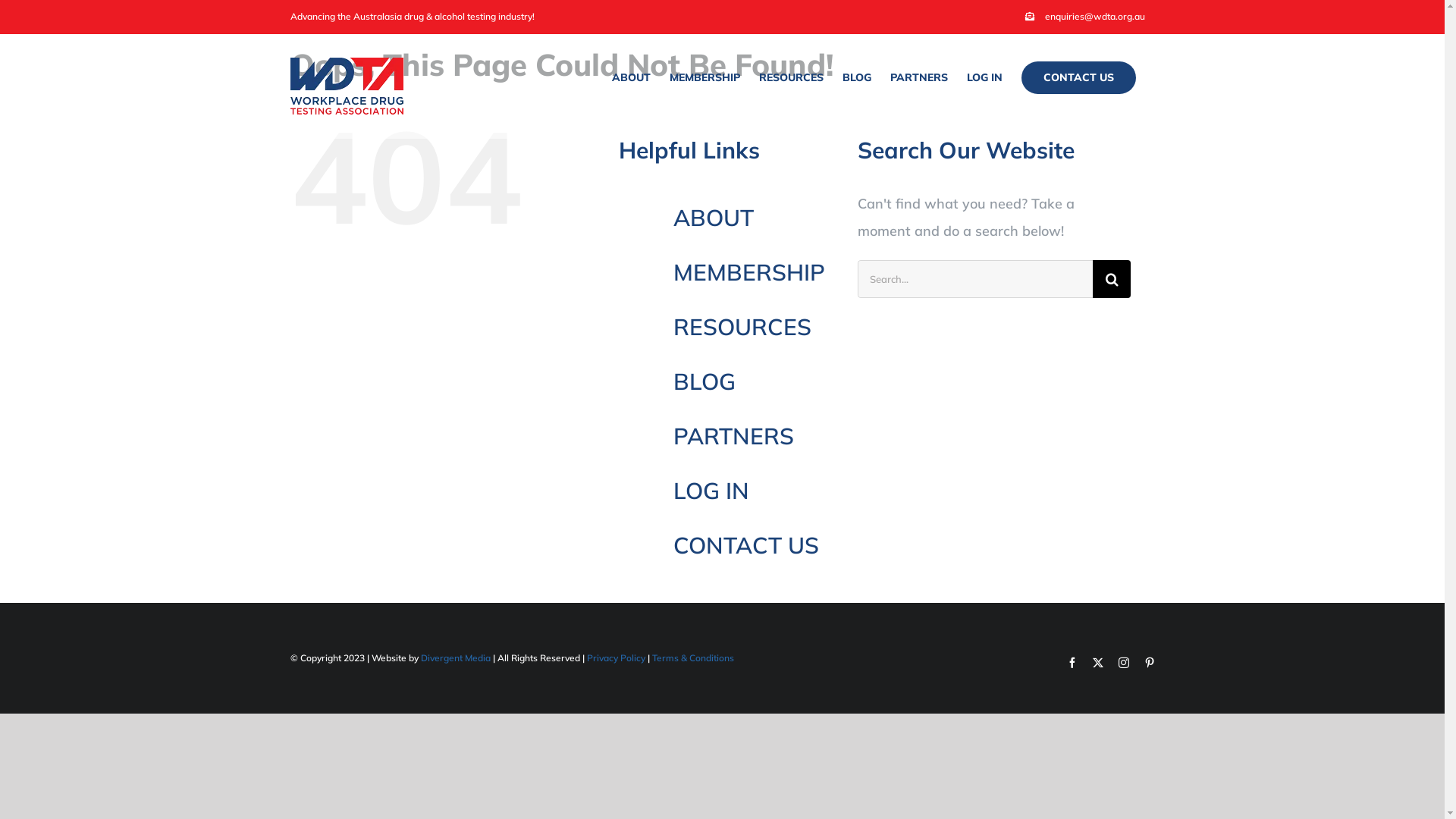 Image resolution: width=1456 pixels, height=819 pixels. I want to click on 'CONTACT US', so click(1077, 77).